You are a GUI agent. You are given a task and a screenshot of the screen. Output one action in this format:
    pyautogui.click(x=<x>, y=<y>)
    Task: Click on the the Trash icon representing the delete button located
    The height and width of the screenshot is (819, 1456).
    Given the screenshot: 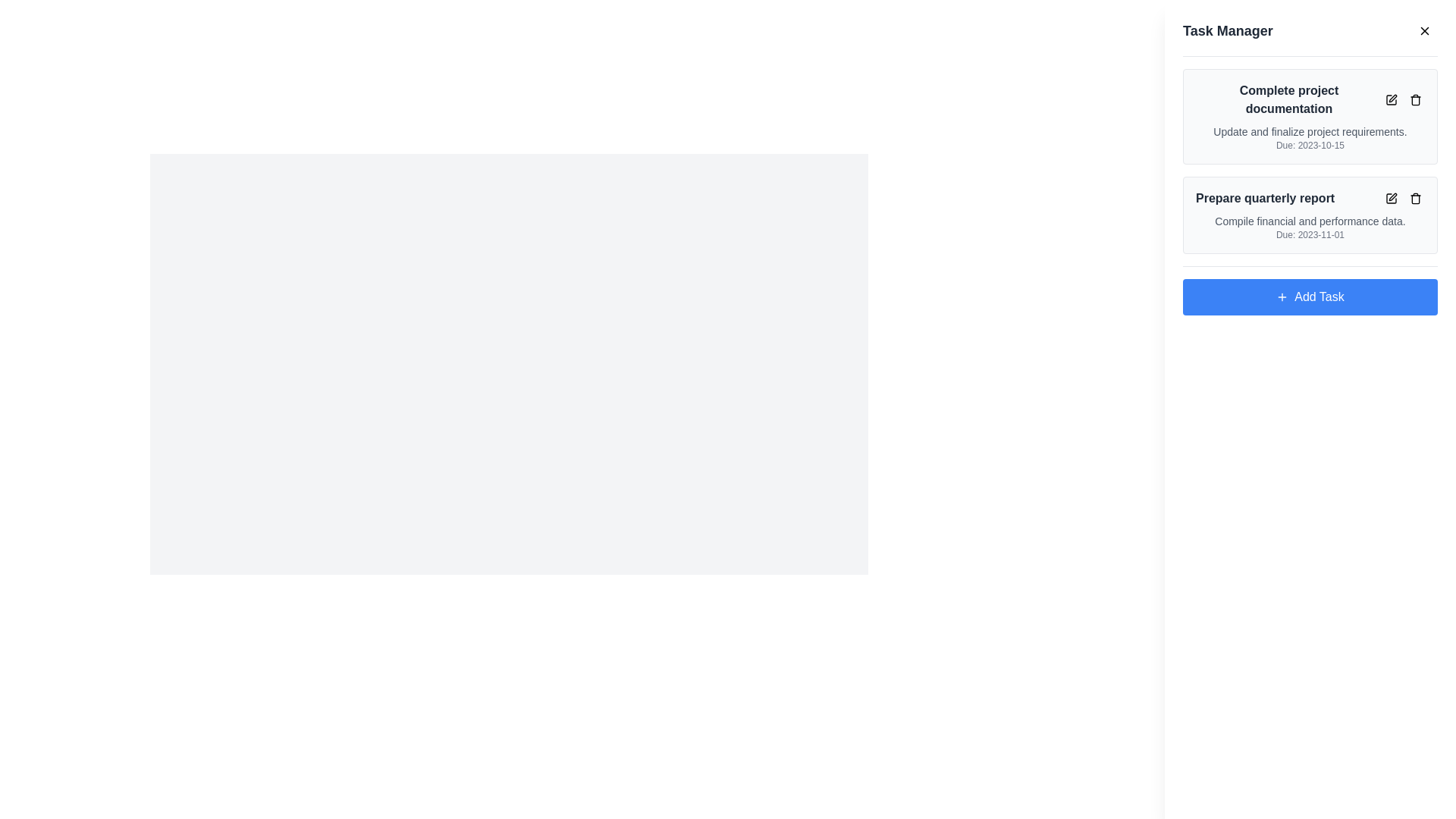 What is the action you would take?
    pyautogui.click(x=1415, y=99)
    